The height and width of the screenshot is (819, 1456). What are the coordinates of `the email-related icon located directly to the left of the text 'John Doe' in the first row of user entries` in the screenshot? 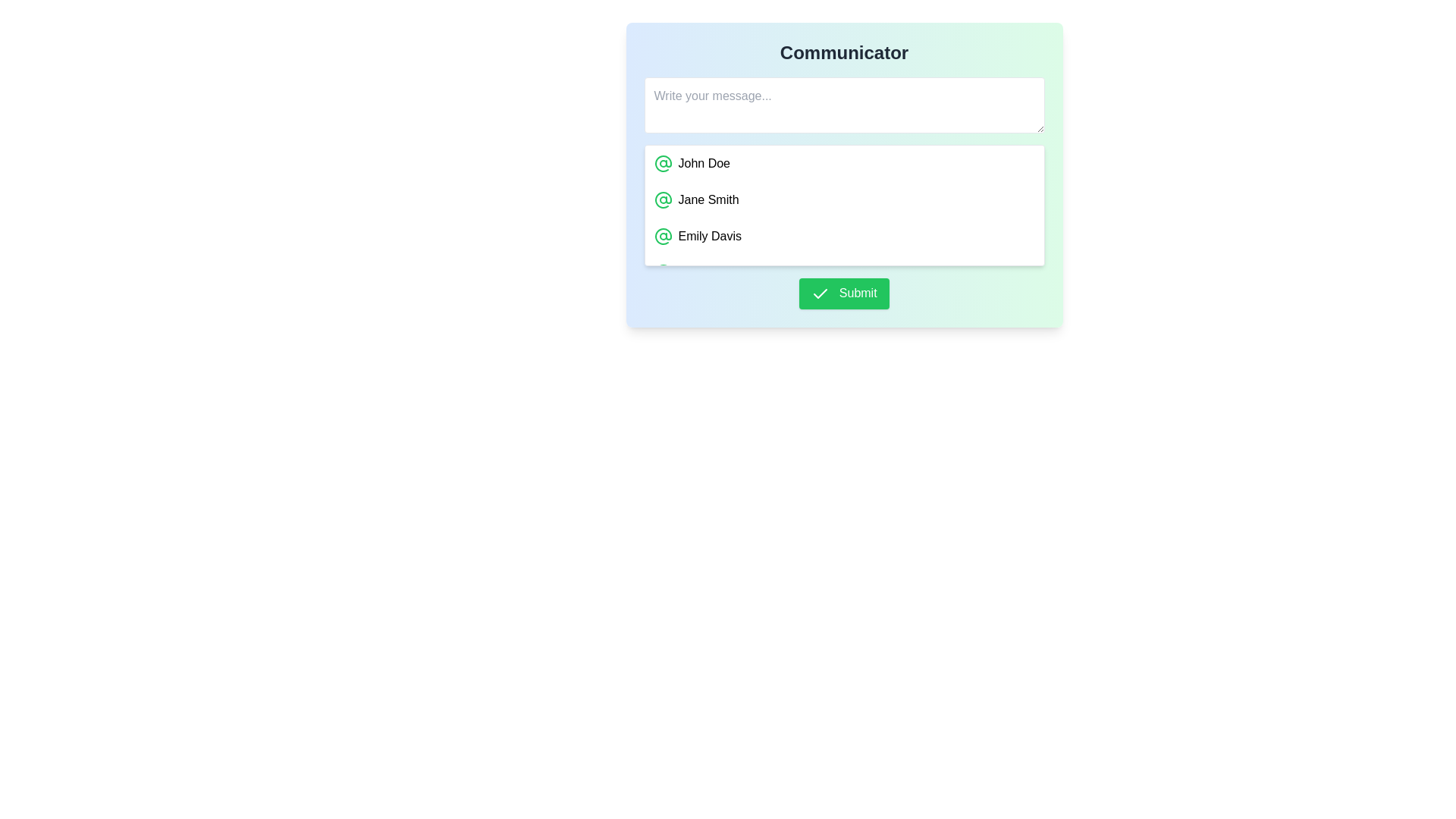 It's located at (663, 164).